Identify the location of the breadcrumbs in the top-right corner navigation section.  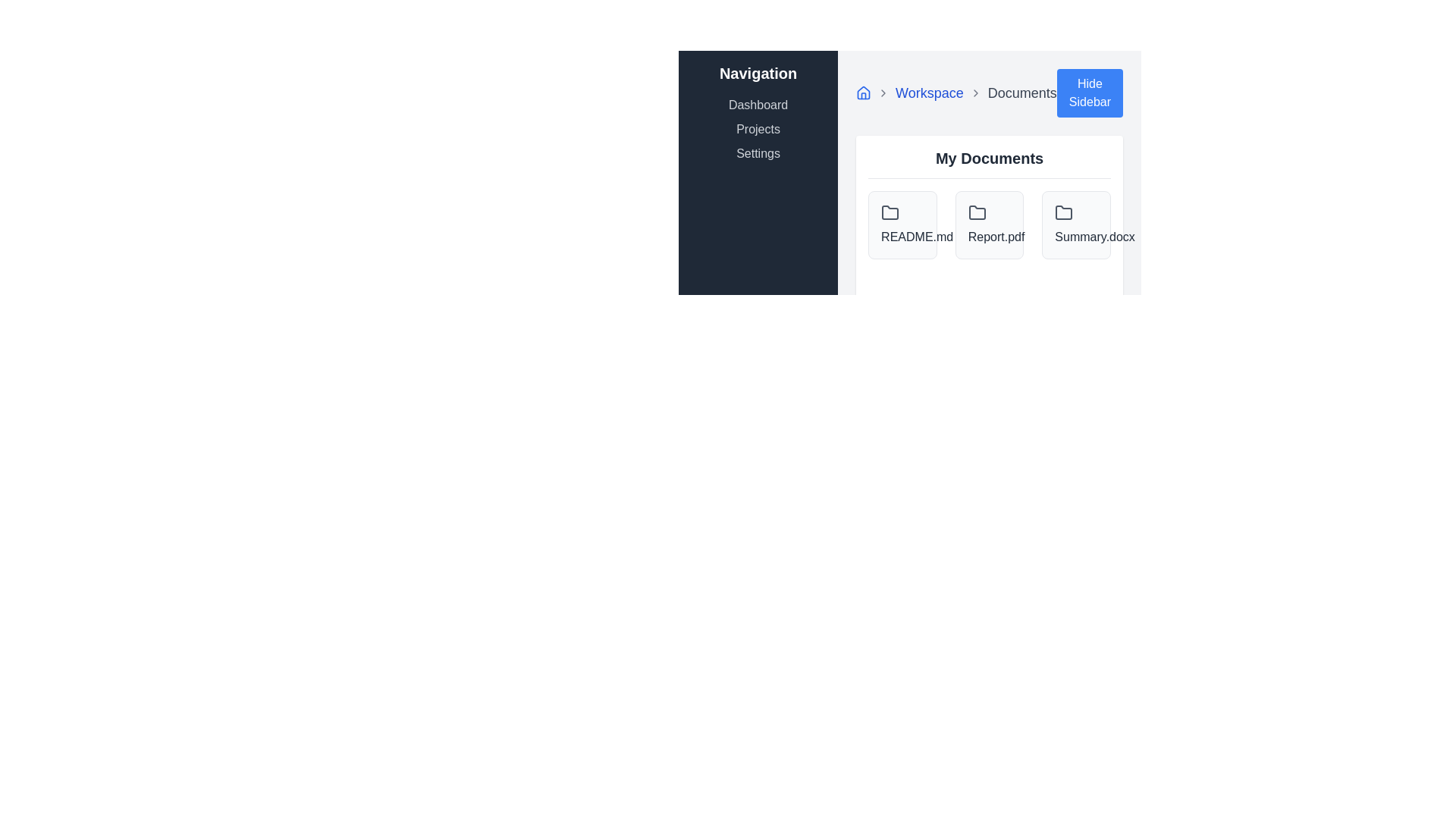
(990, 93).